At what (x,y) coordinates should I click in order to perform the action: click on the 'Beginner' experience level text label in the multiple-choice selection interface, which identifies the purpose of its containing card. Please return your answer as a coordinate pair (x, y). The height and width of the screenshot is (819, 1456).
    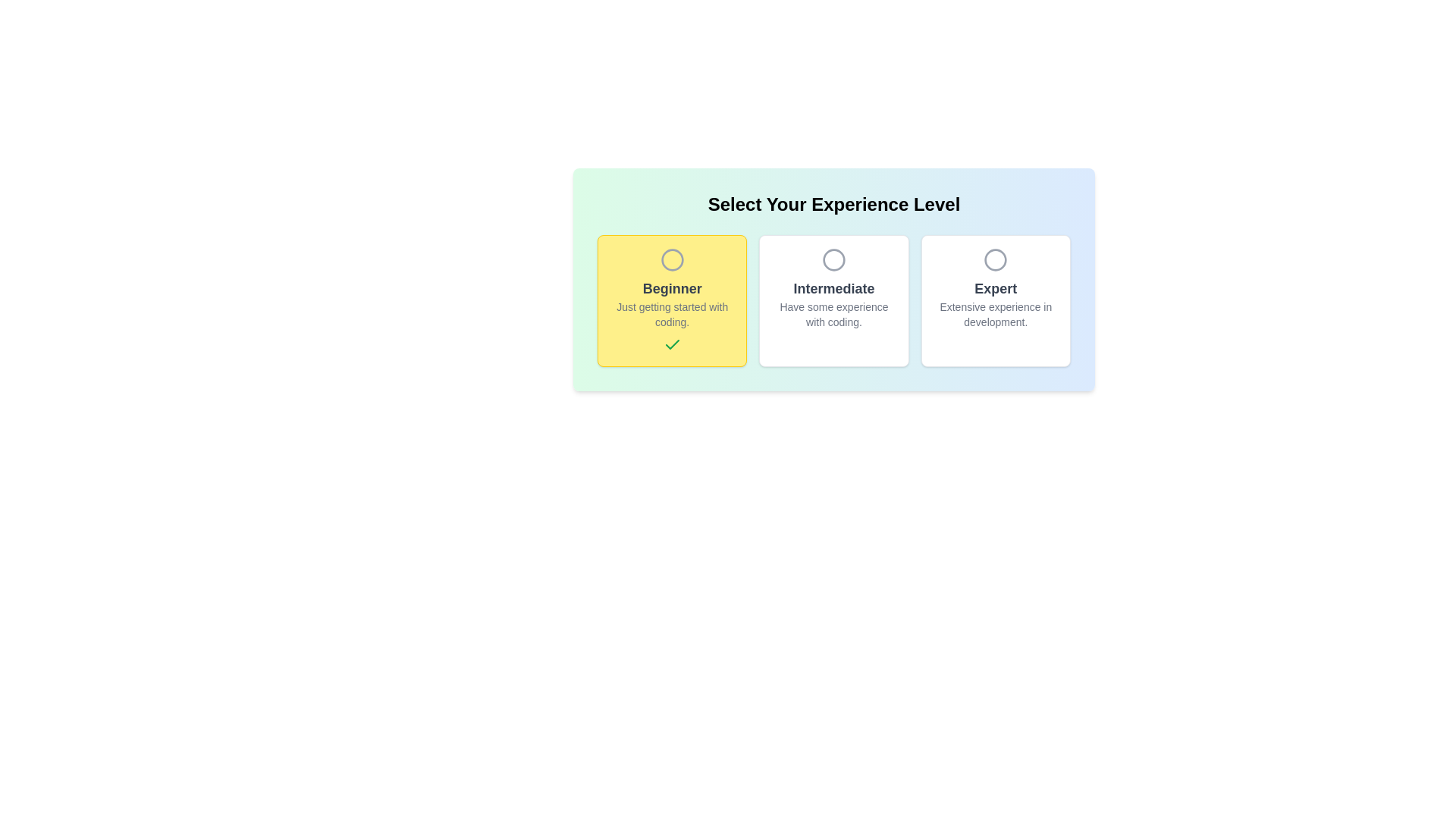
    Looking at the image, I should click on (671, 289).